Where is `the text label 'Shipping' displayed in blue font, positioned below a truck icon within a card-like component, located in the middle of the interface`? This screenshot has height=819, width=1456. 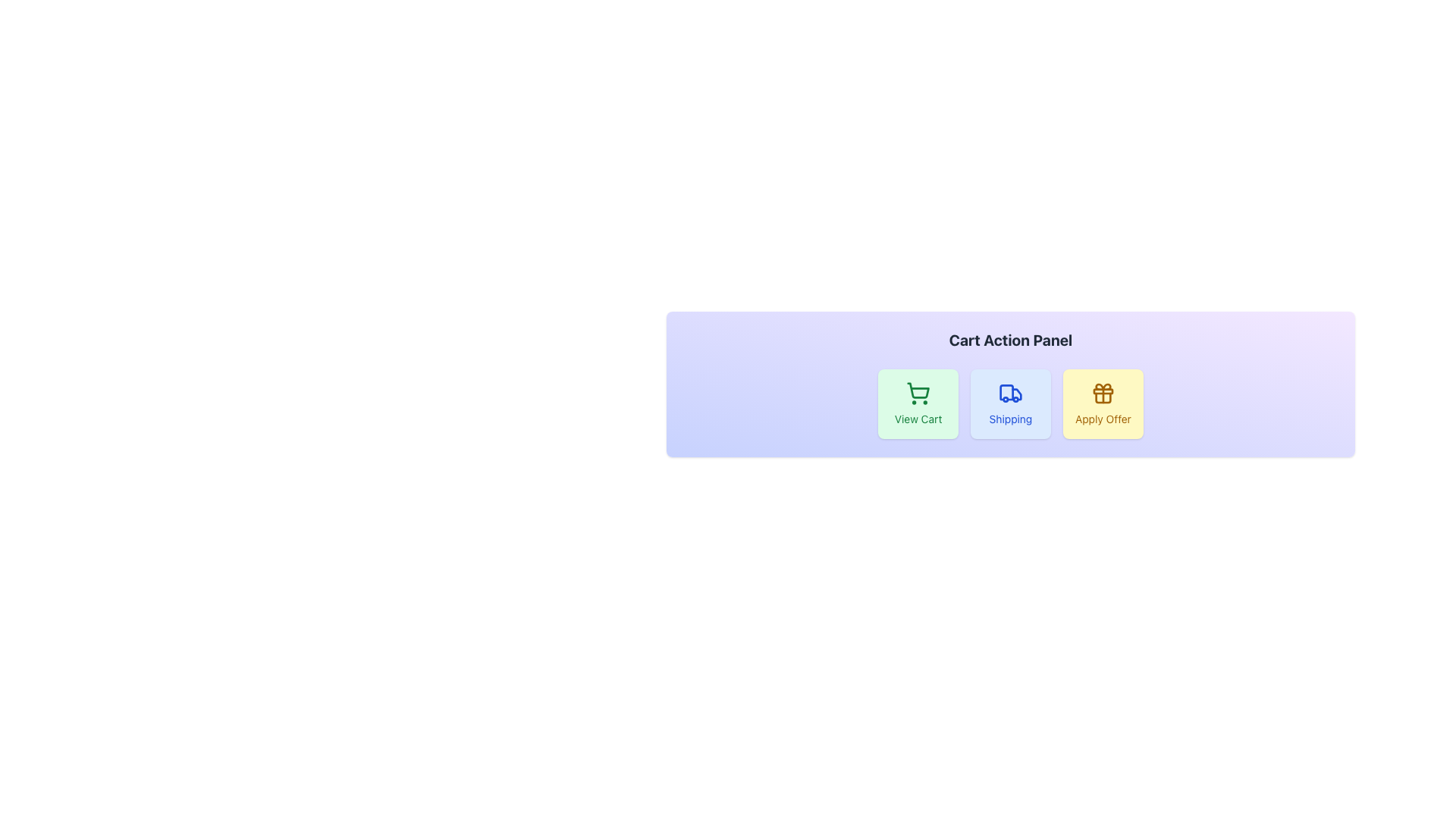
the text label 'Shipping' displayed in blue font, positioned below a truck icon within a card-like component, located in the middle of the interface is located at coordinates (1011, 419).